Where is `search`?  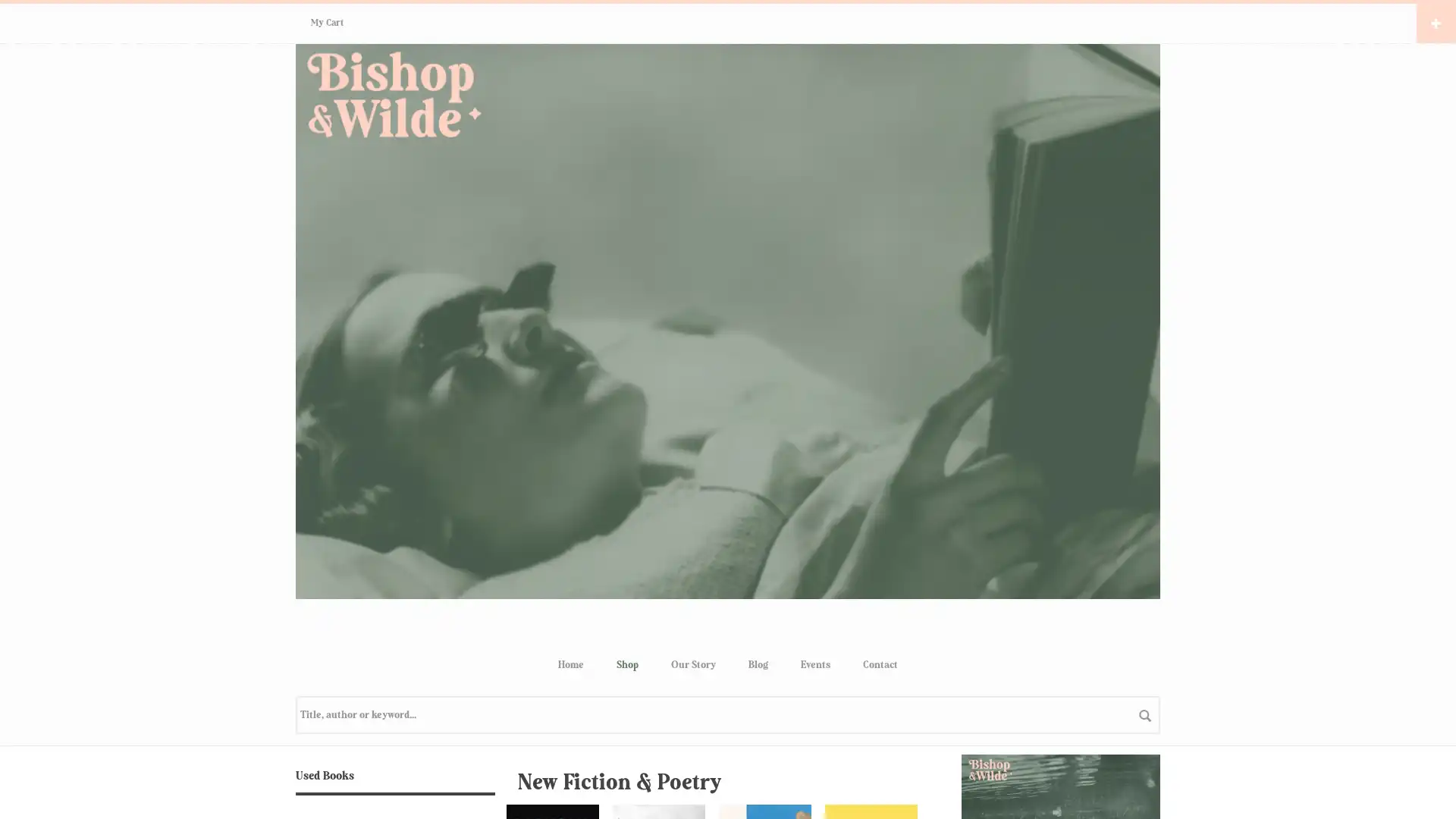 search is located at coordinates (1145, 714).